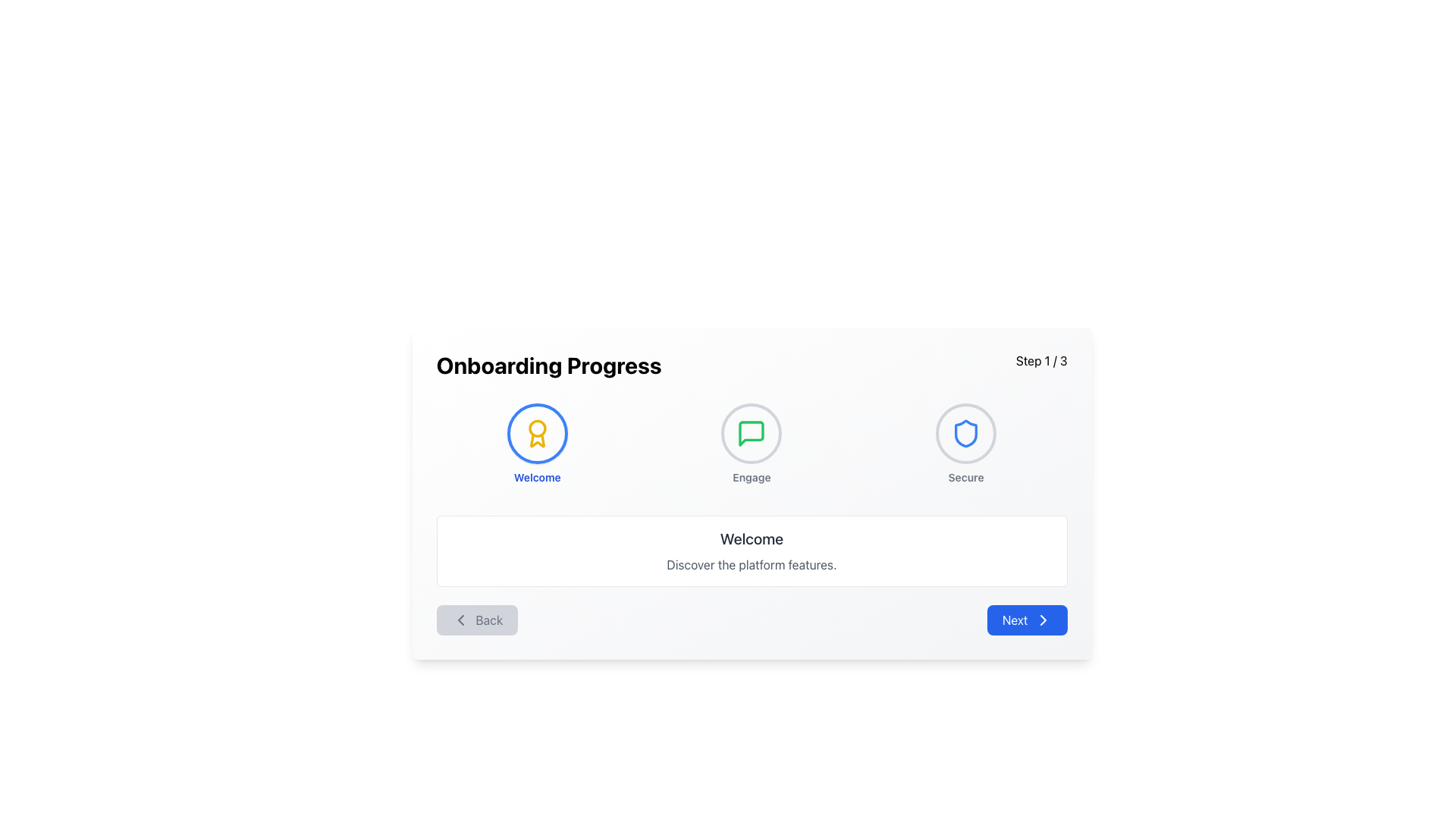  Describe the element at coordinates (752, 444) in the screenshot. I see `the composite UI component containing a green outlined chat bubble icon and the label 'Engage', which is positioned between the 'Welcome' and 'Secure' components` at that location.